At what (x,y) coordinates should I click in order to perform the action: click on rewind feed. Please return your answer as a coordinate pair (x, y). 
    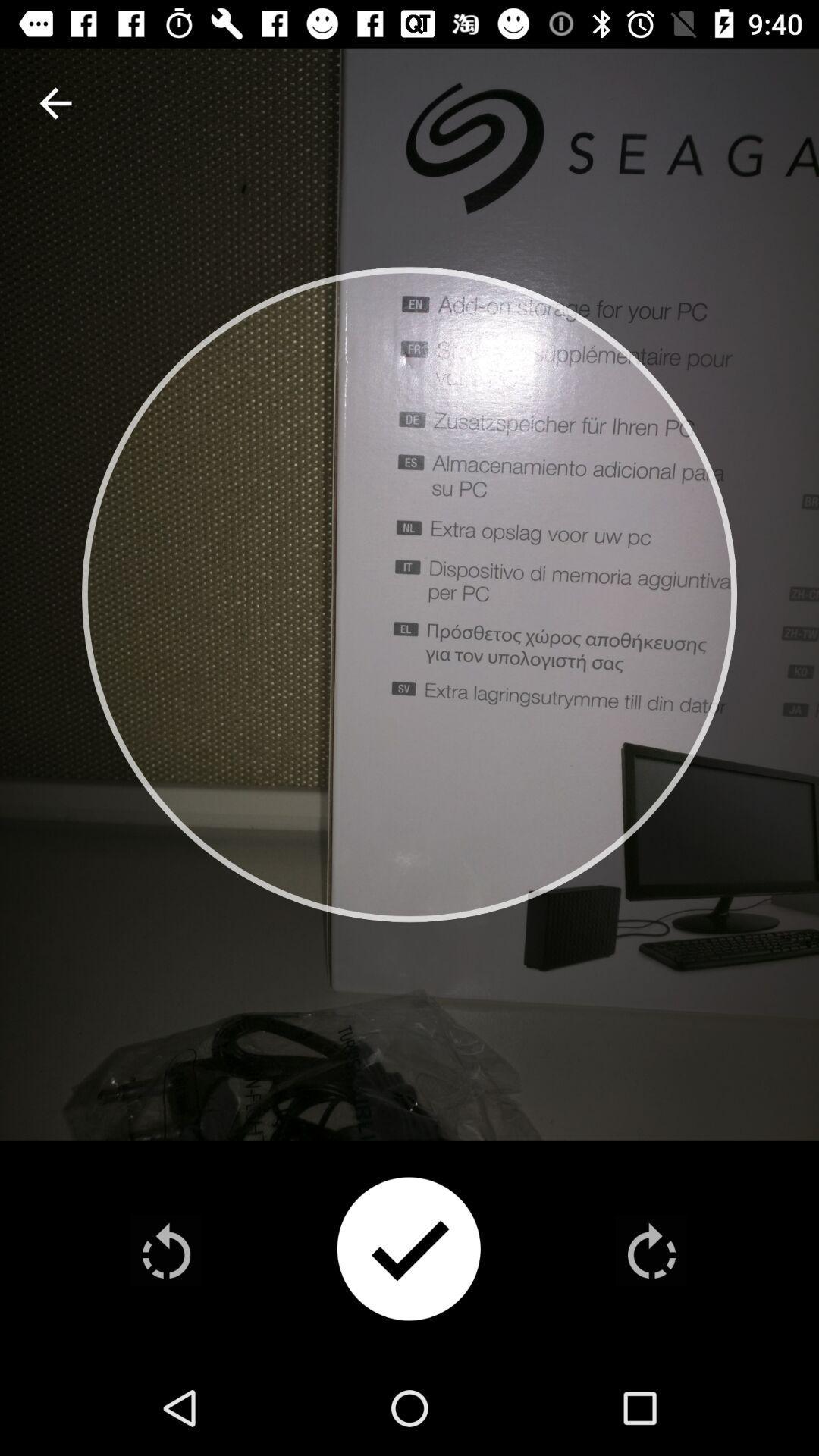
    Looking at the image, I should click on (166, 1250).